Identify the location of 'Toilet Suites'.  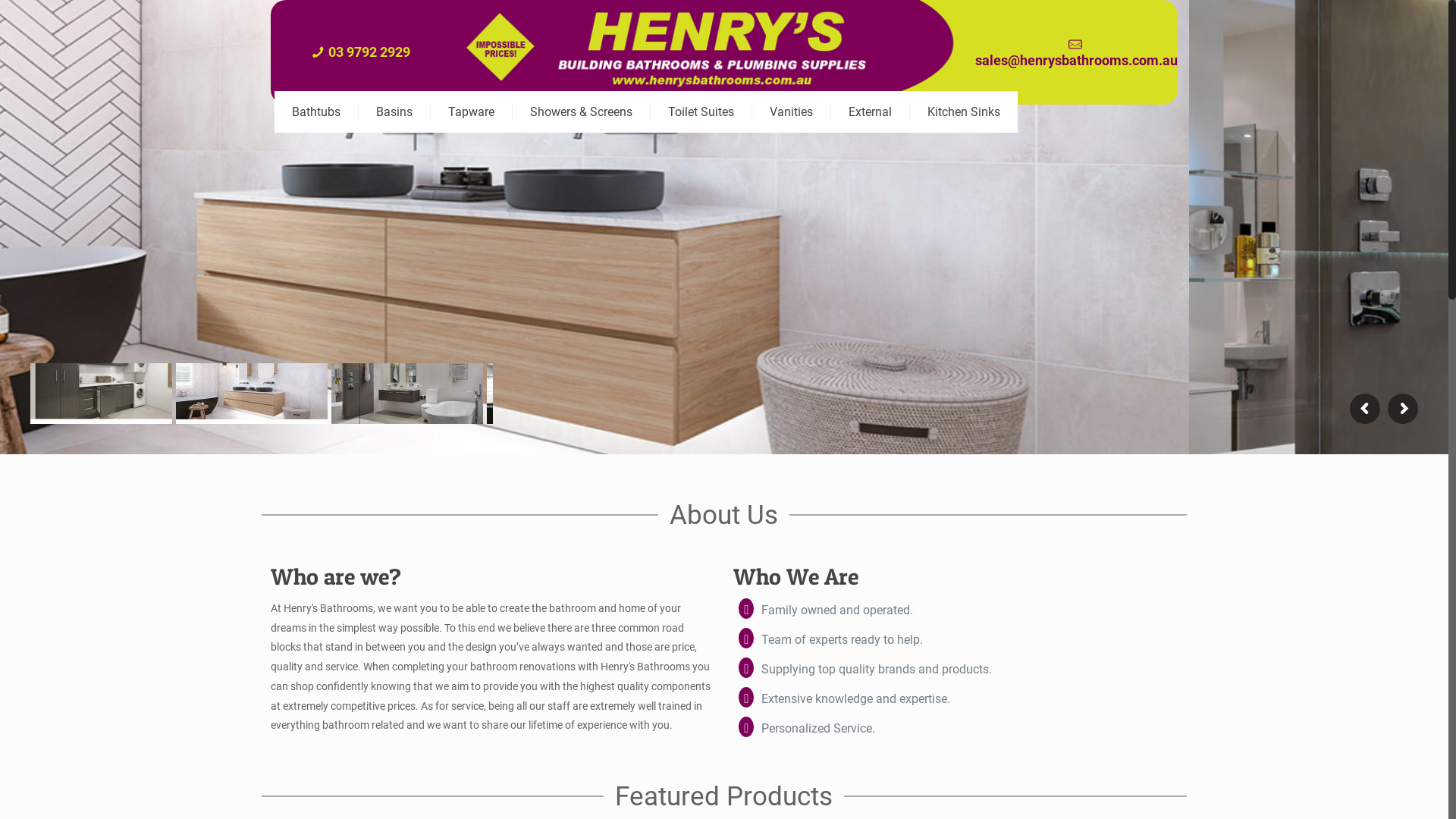
(701, 111).